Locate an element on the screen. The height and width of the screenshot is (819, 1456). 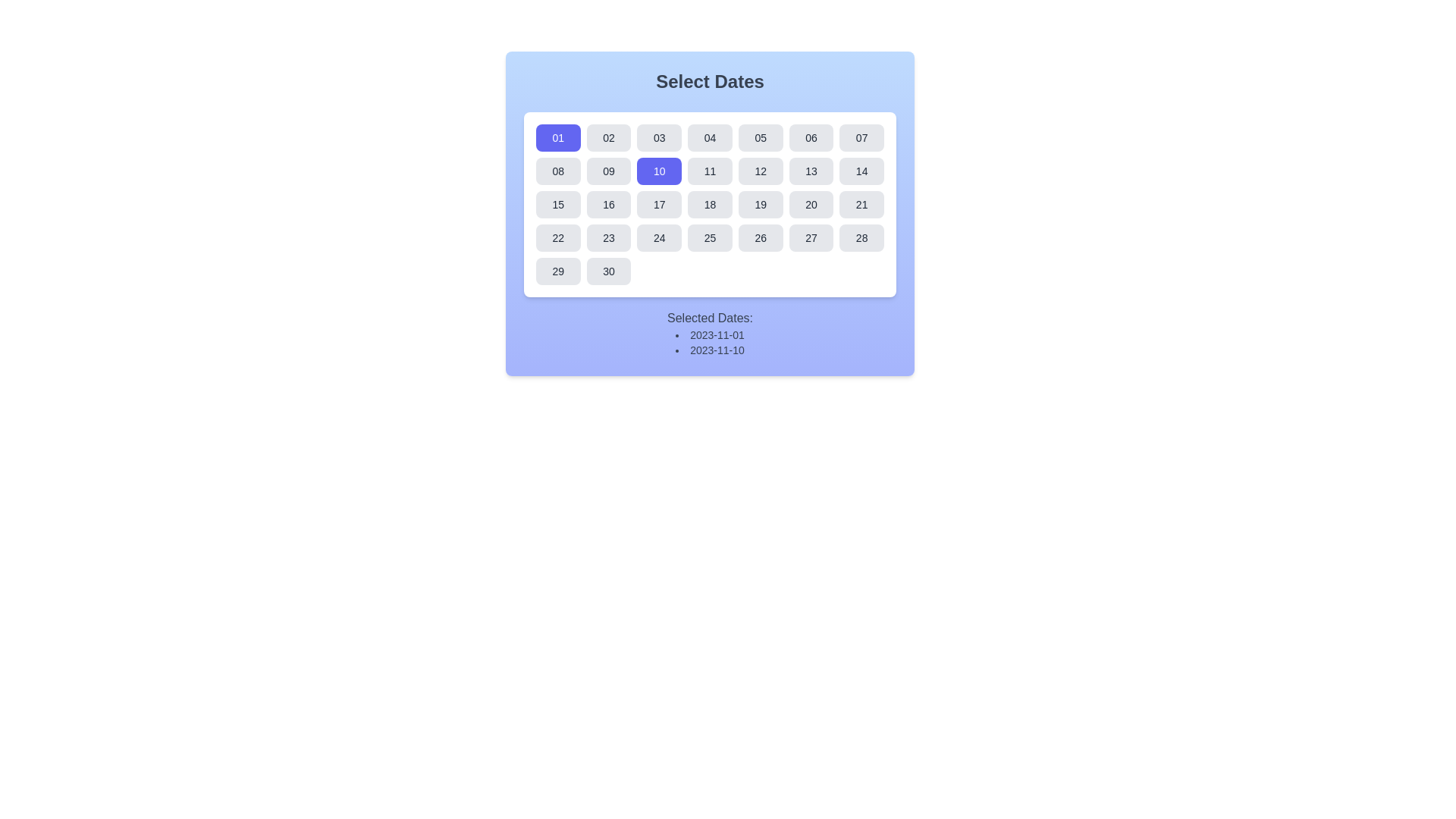
the button displaying '26', located in the sixth row and sixth column of the calendar layout is located at coordinates (761, 237).